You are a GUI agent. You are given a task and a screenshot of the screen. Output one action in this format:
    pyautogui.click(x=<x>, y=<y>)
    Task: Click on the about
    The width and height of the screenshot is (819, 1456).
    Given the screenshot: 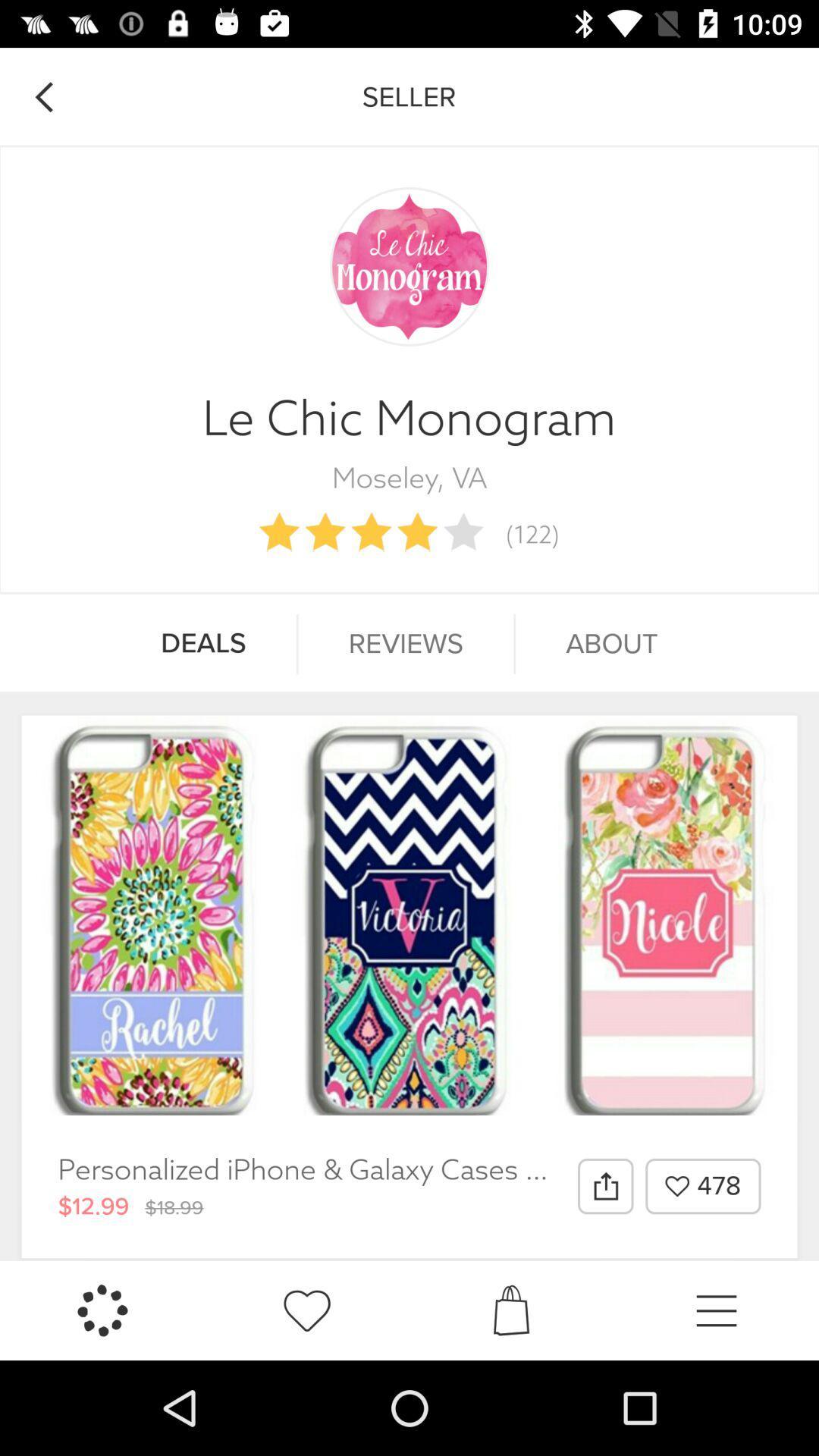 What is the action you would take?
    pyautogui.click(x=610, y=644)
    